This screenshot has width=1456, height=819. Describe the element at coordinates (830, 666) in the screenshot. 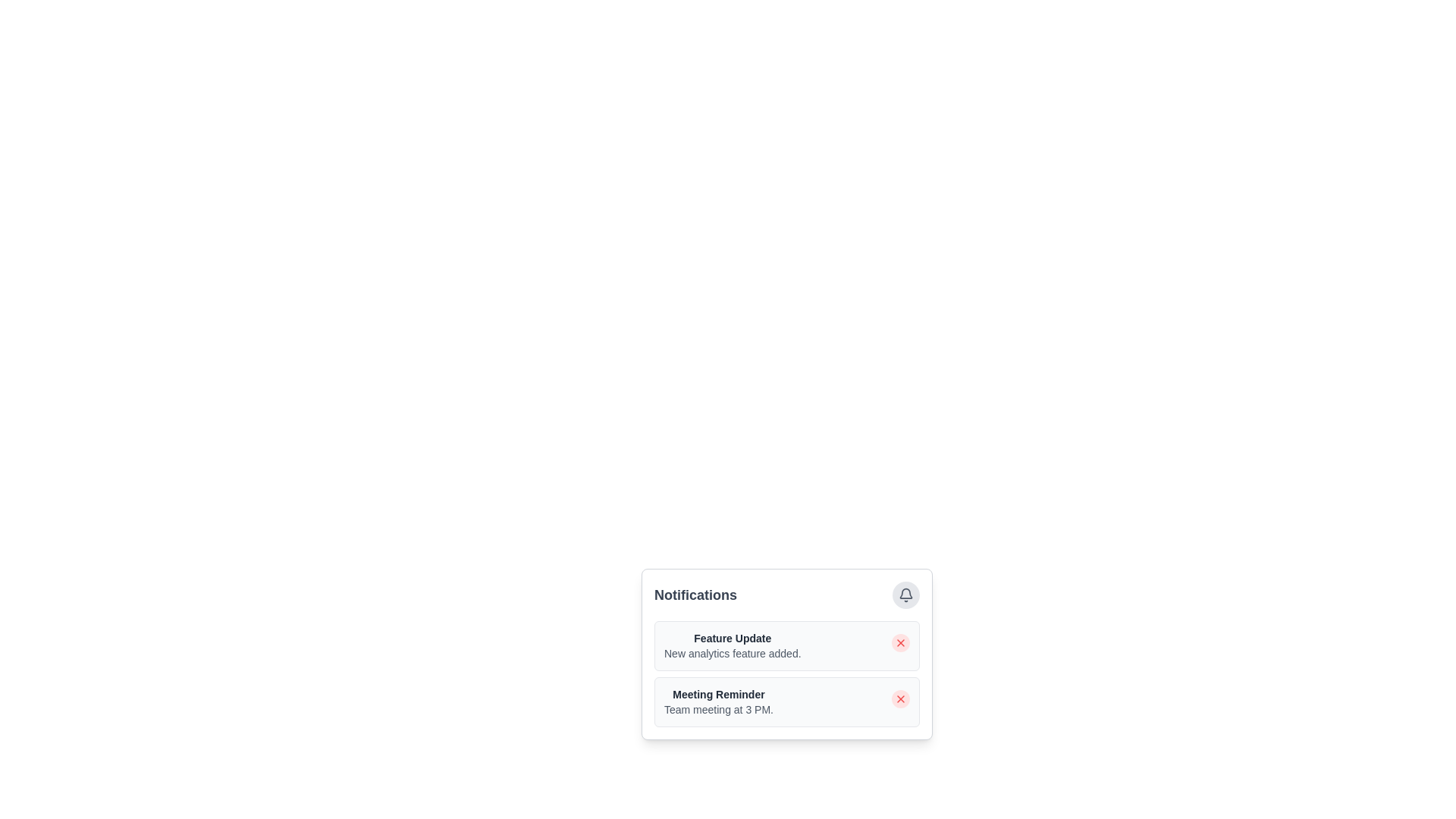

I see `the dismiss button on the first notification entry in the scrolling notification panel located in the bottom-right corner of the viewport` at that location.